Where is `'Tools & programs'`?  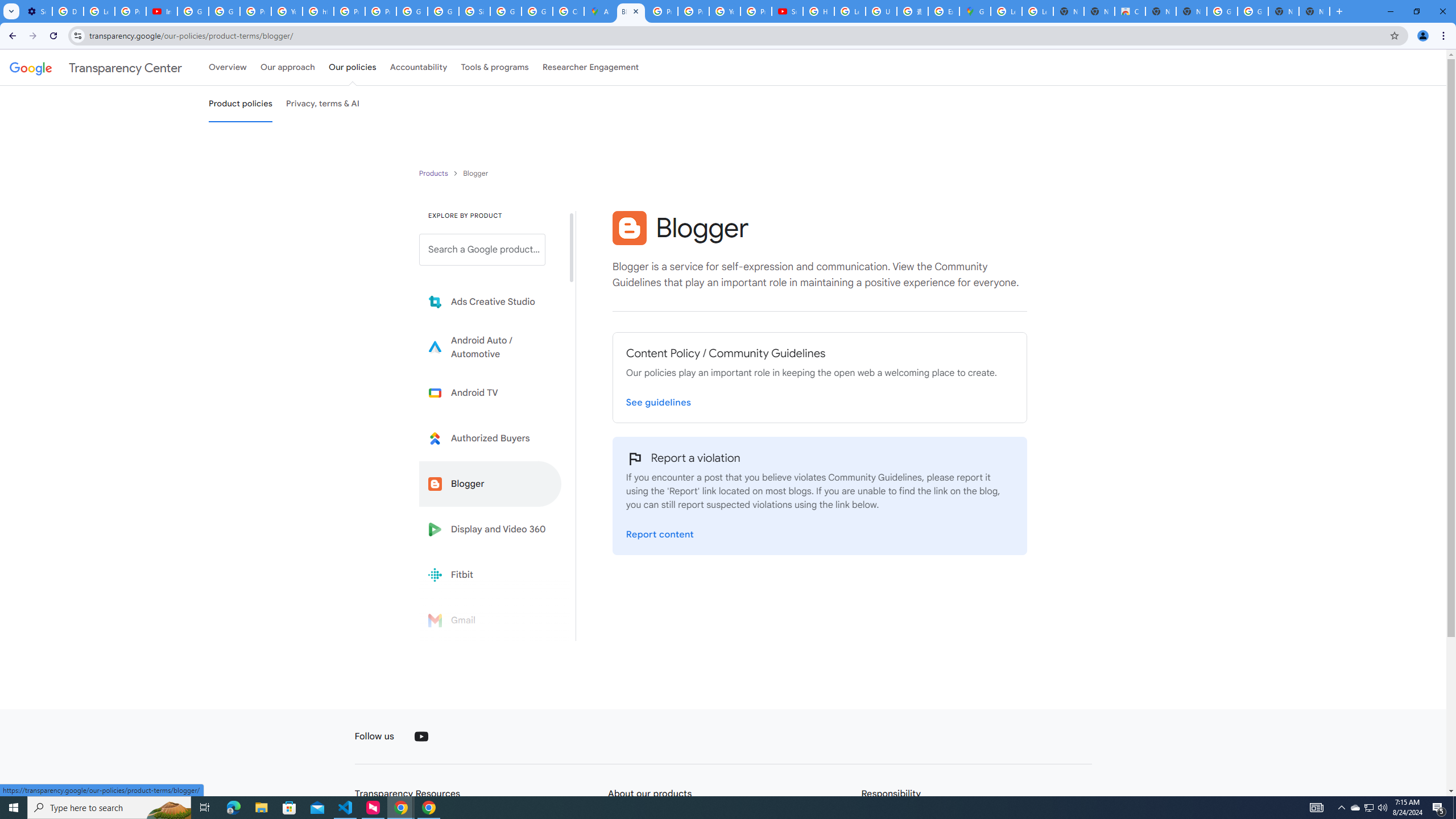 'Tools & programs' is located at coordinates (494, 67).